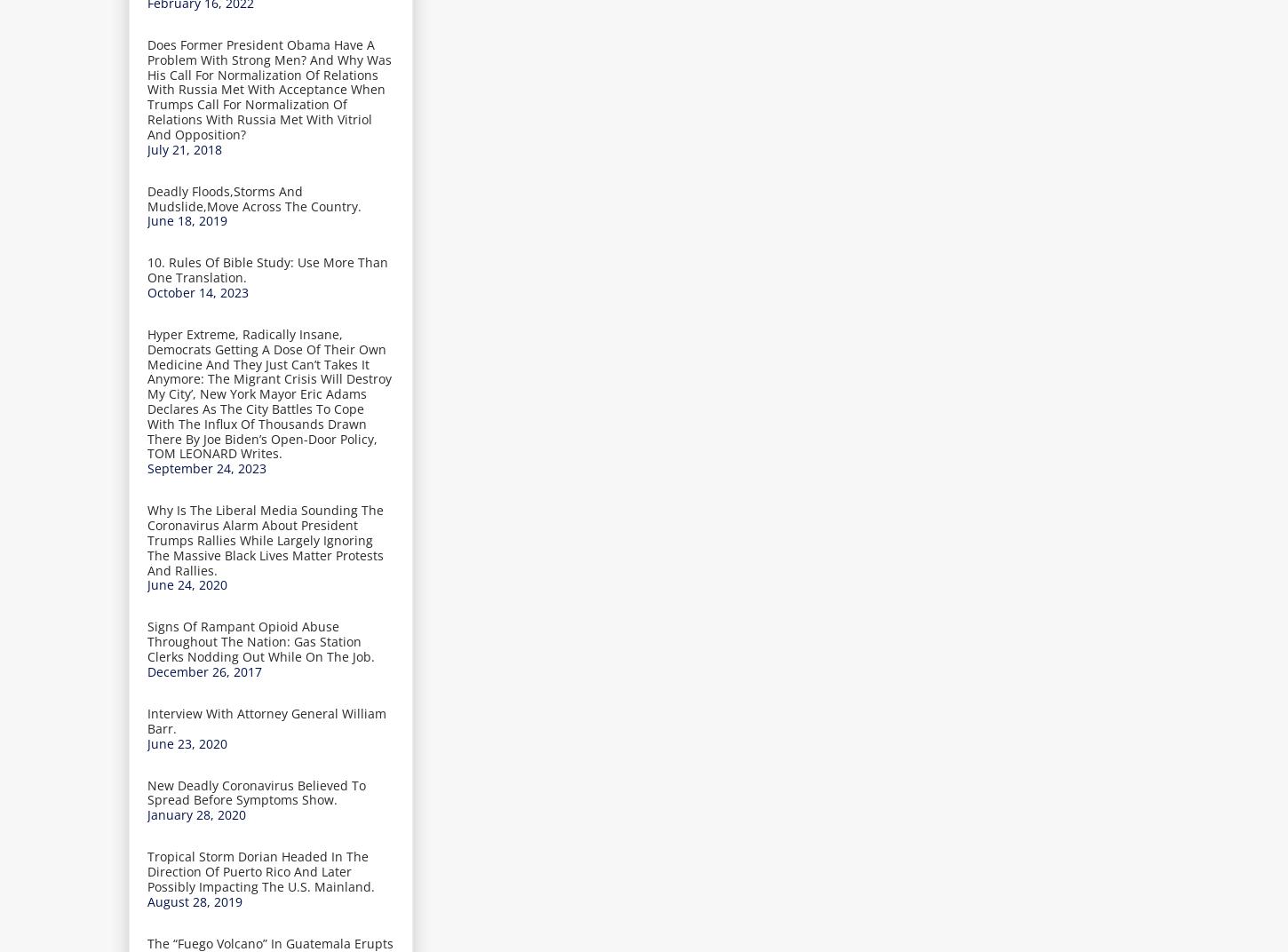 Image resolution: width=1288 pixels, height=952 pixels. What do you see at coordinates (186, 742) in the screenshot?
I see `'June 23, 2020'` at bounding box center [186, 742].